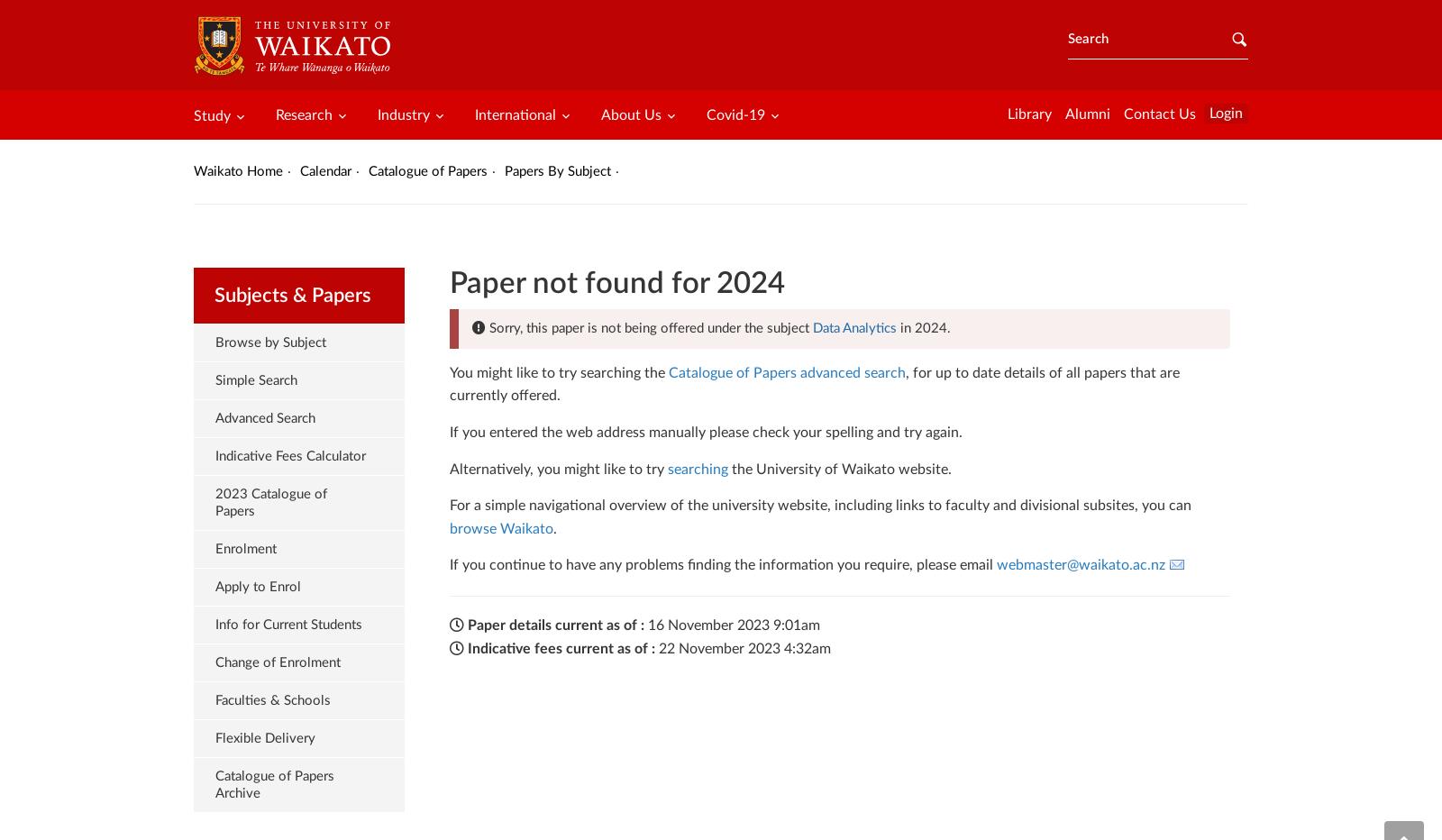 The width and height of the screenshot is (1442, 840). I want to click on 'Catalogue of Papers Archive', so click(274, 783).